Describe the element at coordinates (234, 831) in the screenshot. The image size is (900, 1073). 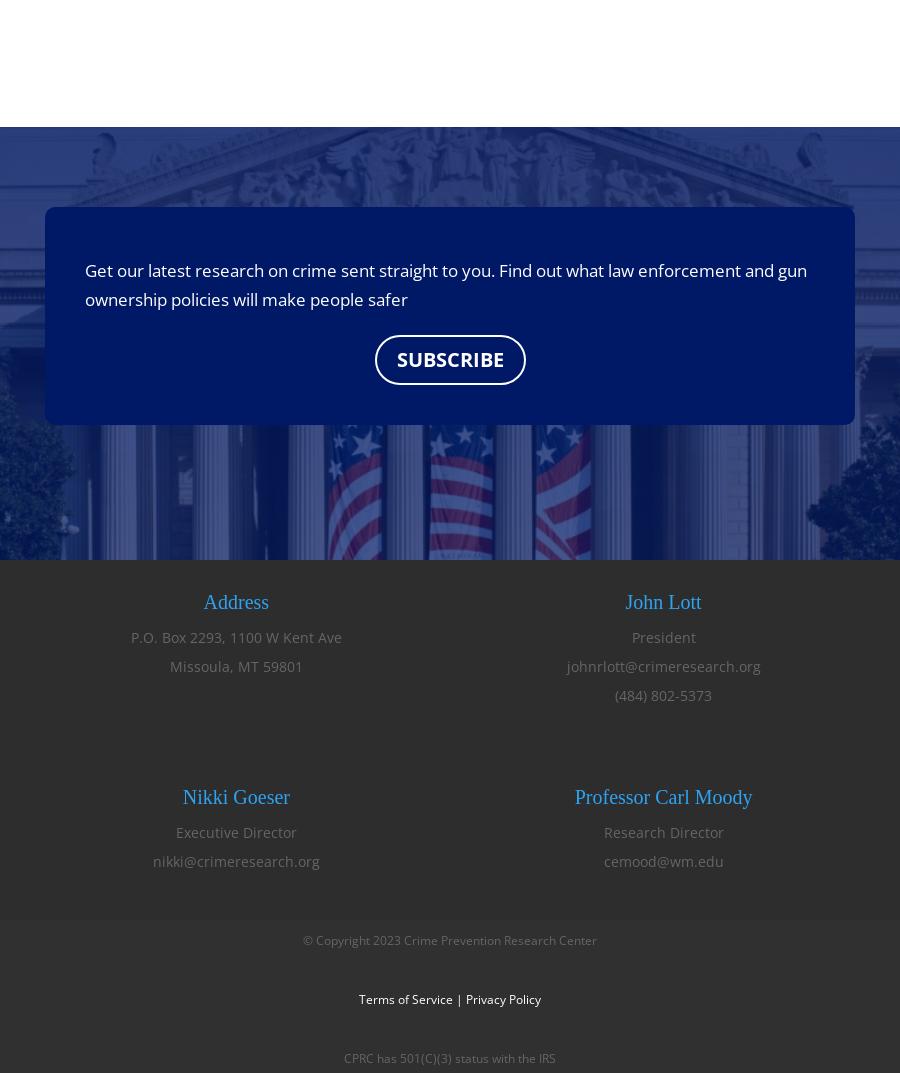
I see `'Executive Director'` at that location.